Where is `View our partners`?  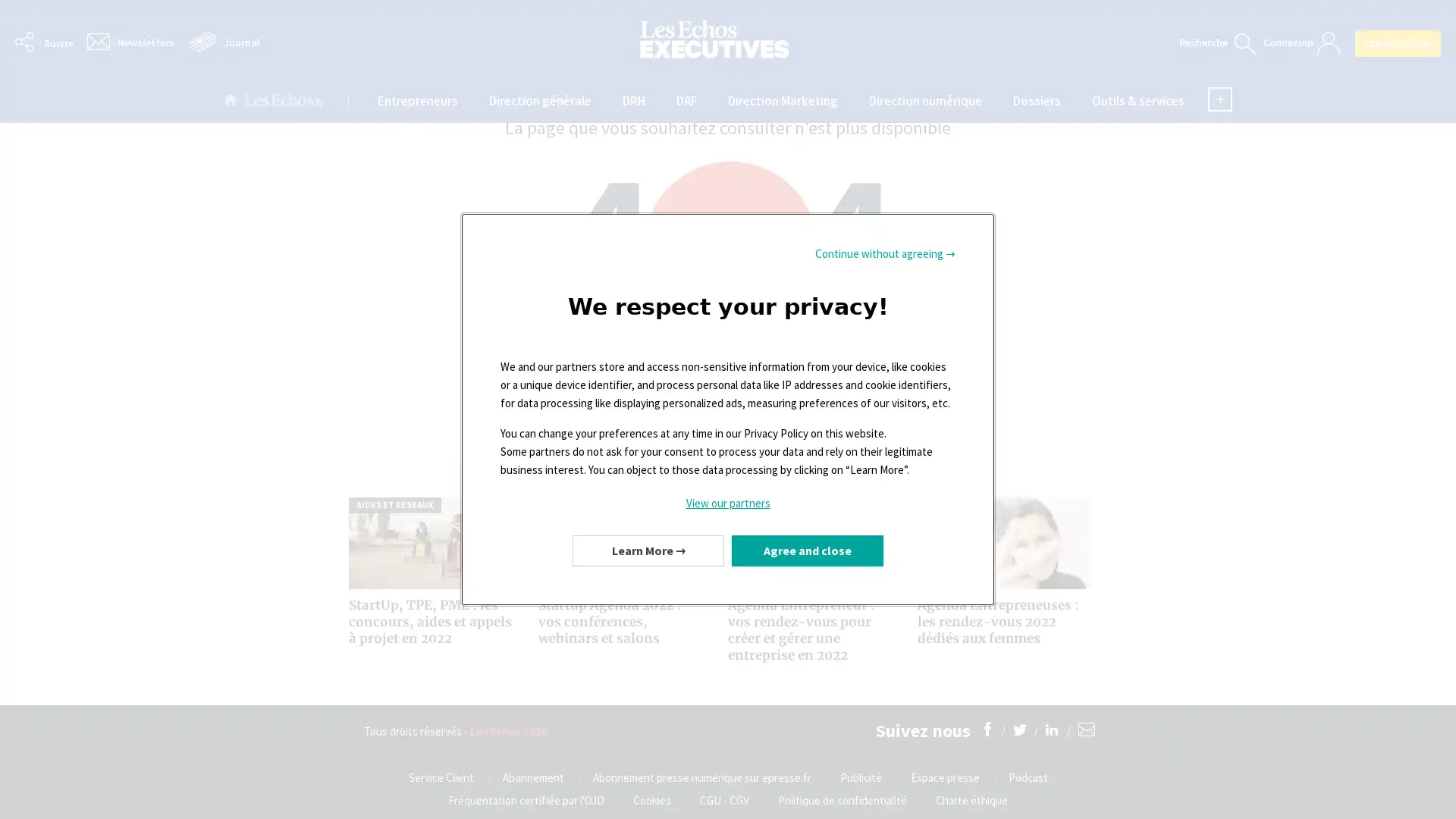 View our partners is located at coordinates (728, 503).